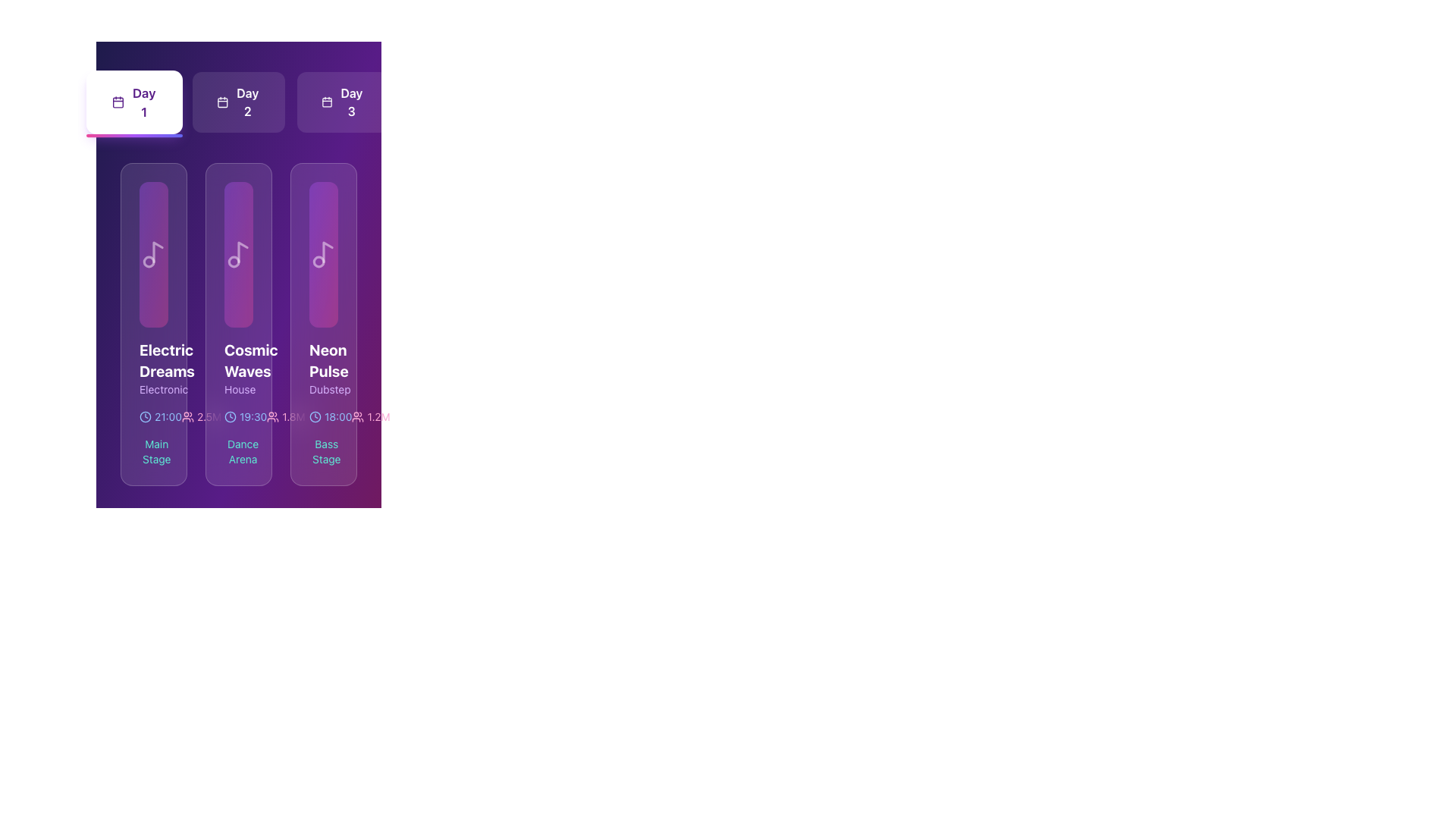 This screenshot has height=819, width=1456. What do you see at coordinates (153, 360) in the screenshot?
I see `information displayed on the 'Electric Dreams' text label, which is styled in bold white text on a purple background, positioned at the top of the leftmost card in a list` at bounding box center [153, 360].